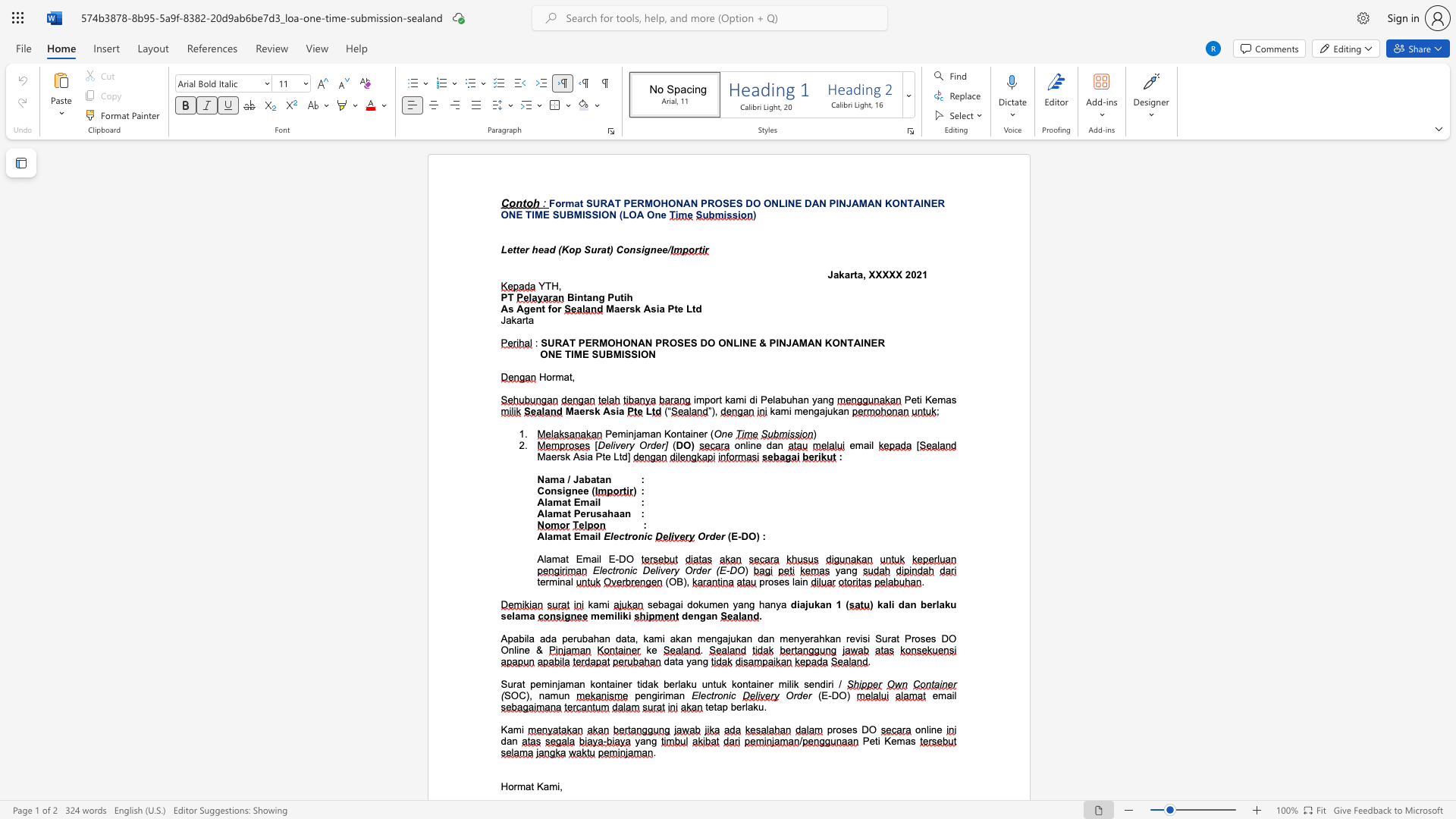 The width and height of the screenshot is (1456, 819). Describe the element at coordinates (914, 639) in the screenshot. I see `the subset text "oses D" within the text "Proses DO Online &"` at that location.